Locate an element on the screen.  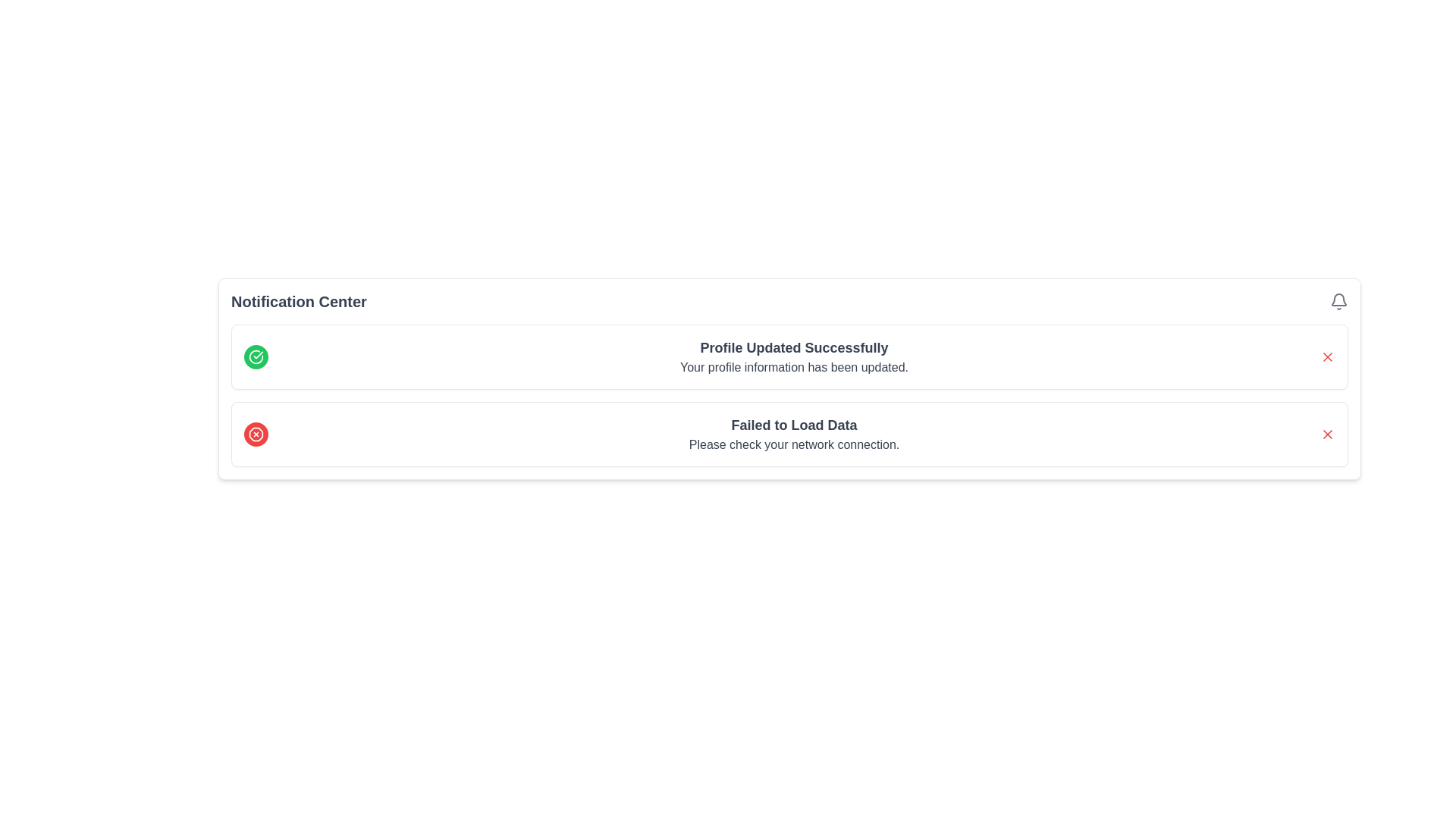
the textual notification that informs the user about a failure to load data, located beneath the 'Profile Updated Successfully' notification is located at coordinates (793, 435).